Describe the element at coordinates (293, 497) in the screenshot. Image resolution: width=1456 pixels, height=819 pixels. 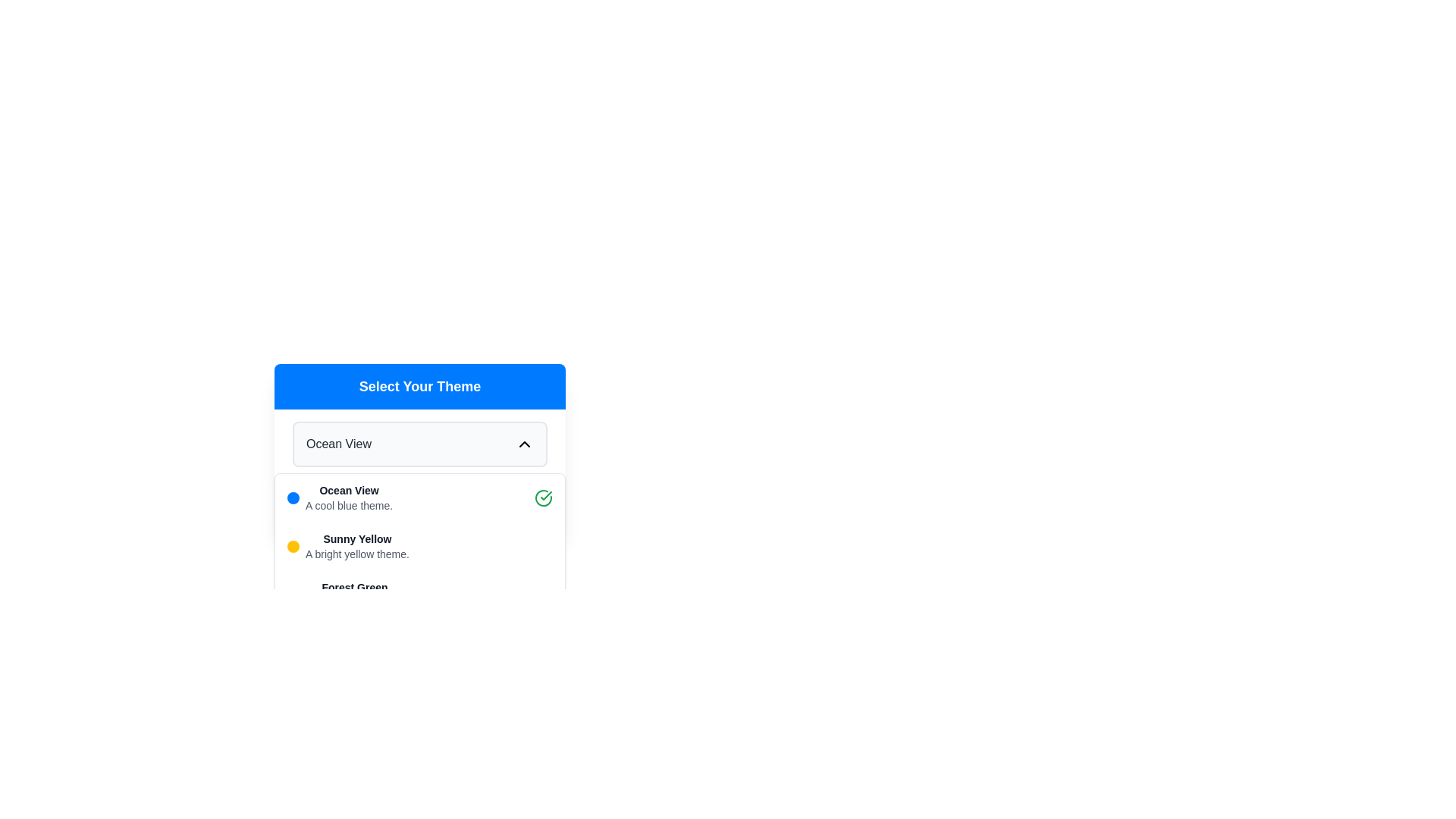
I see `the small, circular blue icon located to the left of the 'Ocean View' text, which serves as a graphical indicator` at that location.